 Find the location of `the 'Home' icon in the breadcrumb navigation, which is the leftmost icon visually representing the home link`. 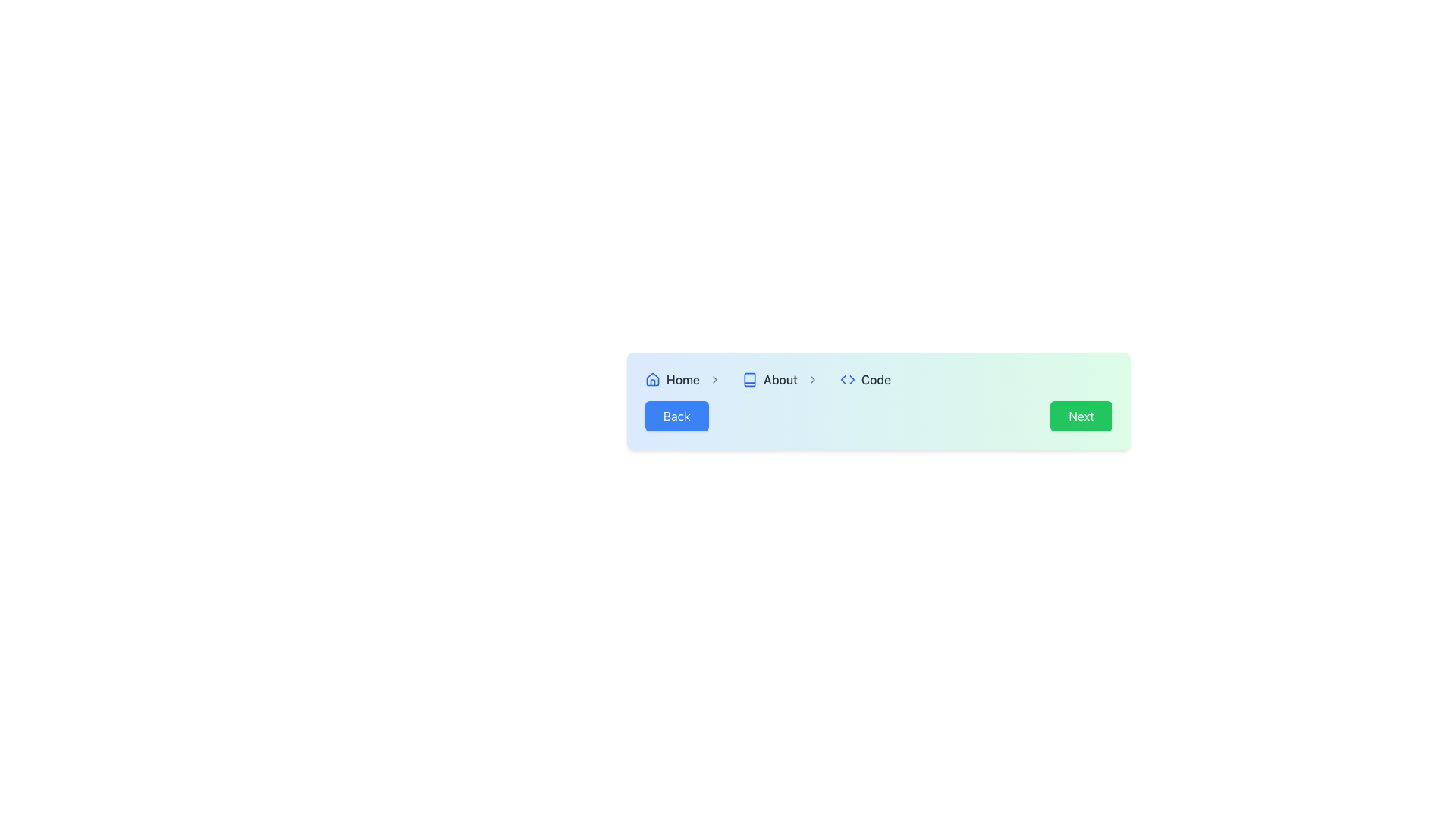

the 'Home' icon in the breadcrumb navigation, which is the leftmost icon visually representing the home link is located at coordinates (652, 378).